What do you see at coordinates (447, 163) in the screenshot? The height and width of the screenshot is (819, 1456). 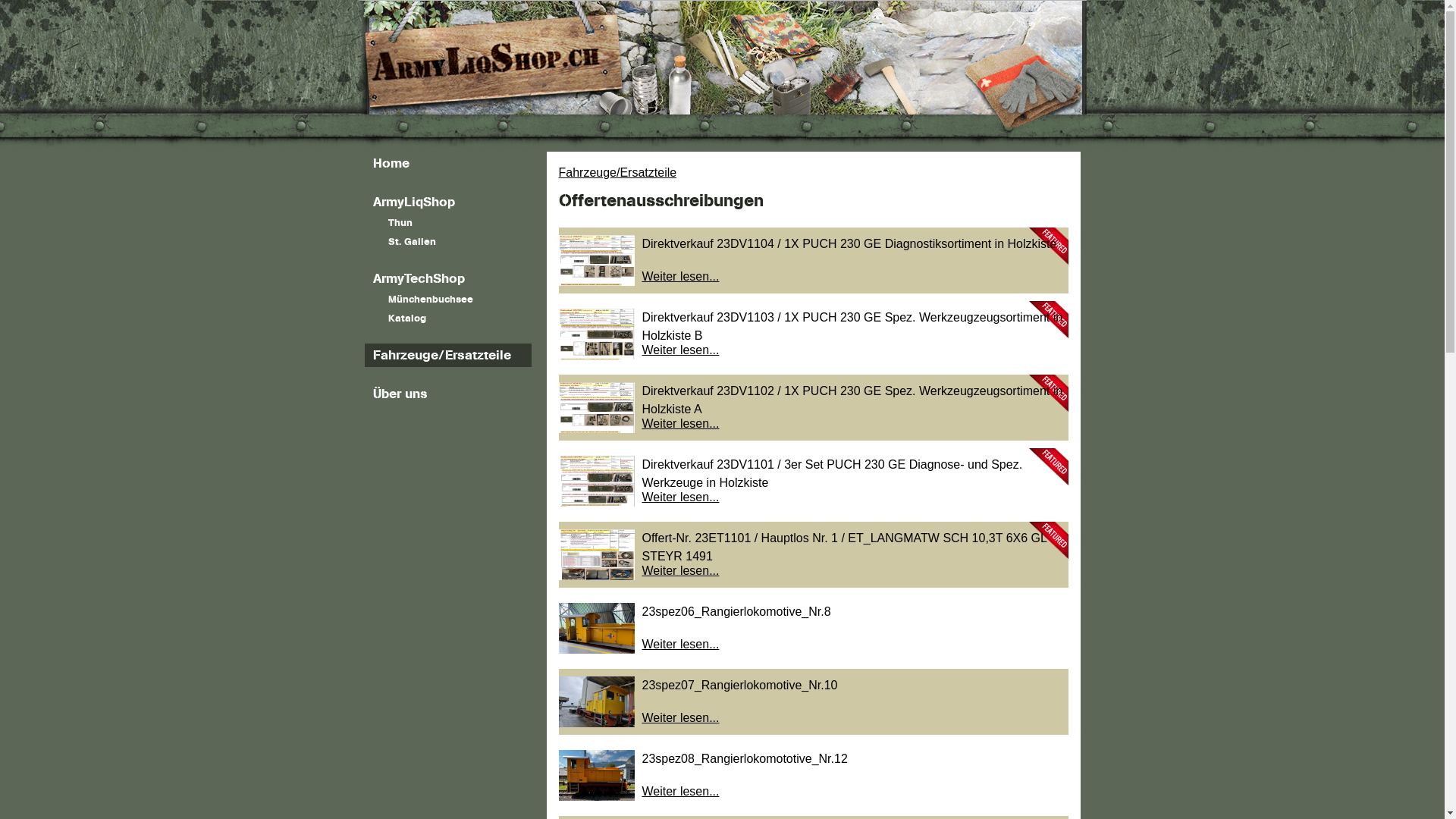 I see `'Home'` at bounding box center [447, 163].